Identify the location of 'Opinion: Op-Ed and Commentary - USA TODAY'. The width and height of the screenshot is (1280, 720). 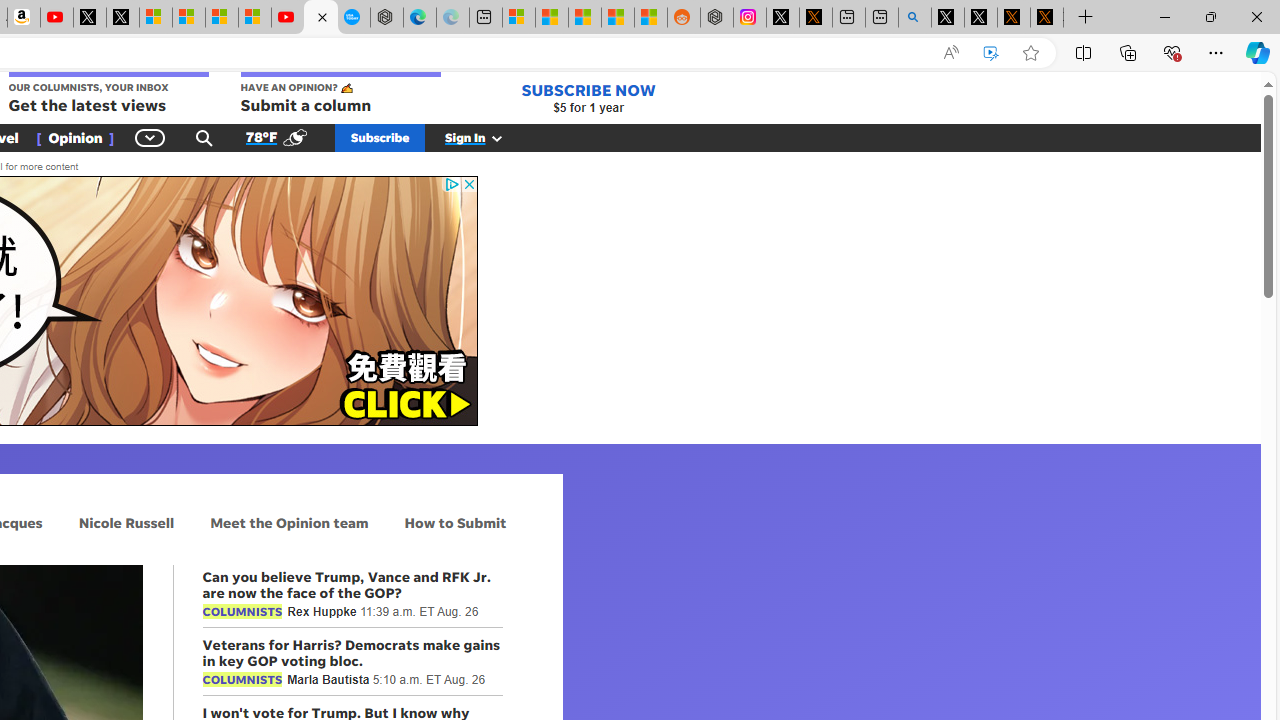
(320, 17).